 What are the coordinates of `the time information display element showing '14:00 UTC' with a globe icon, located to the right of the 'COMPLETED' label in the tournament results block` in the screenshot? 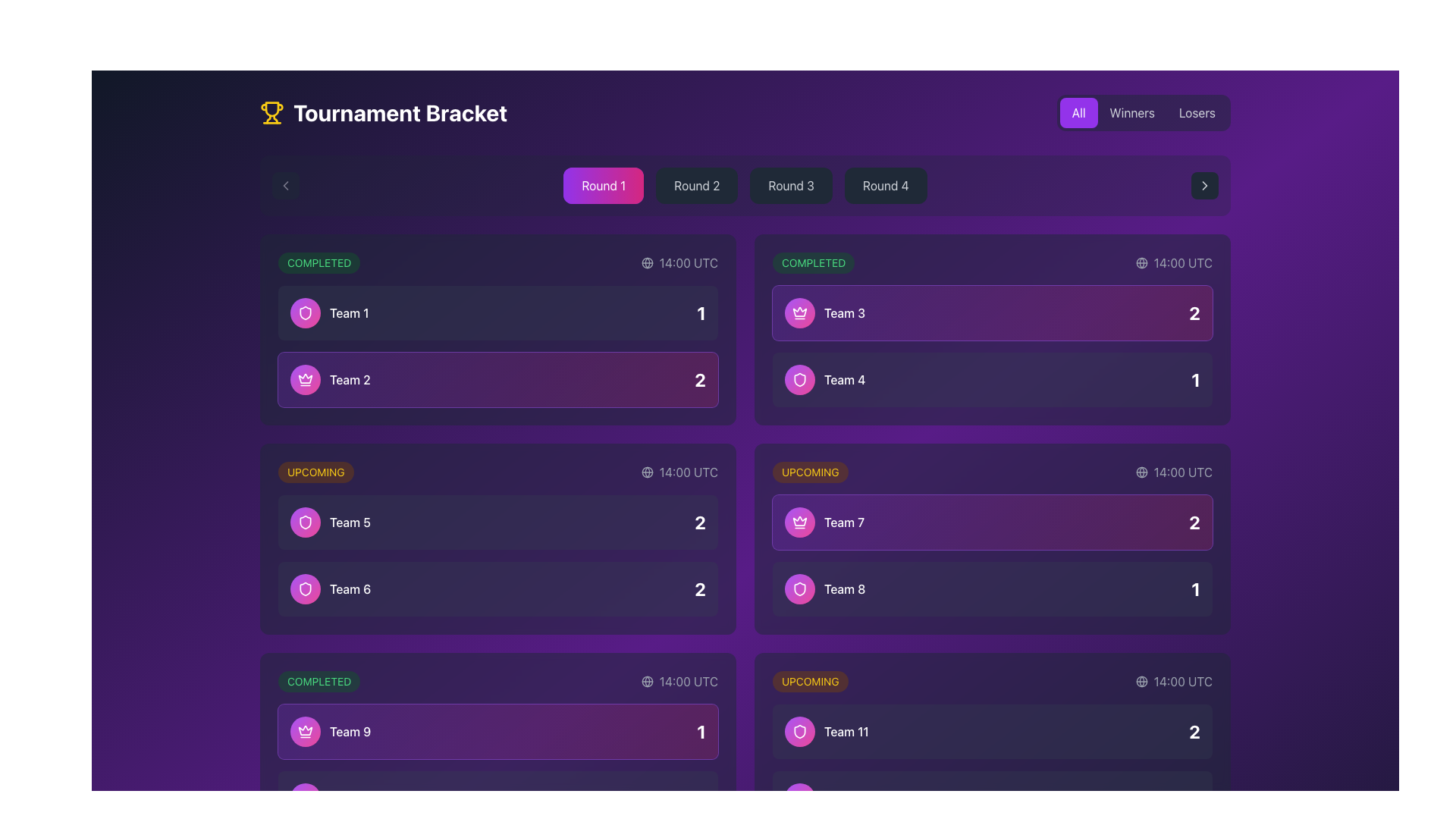 It's located at (679, 262).